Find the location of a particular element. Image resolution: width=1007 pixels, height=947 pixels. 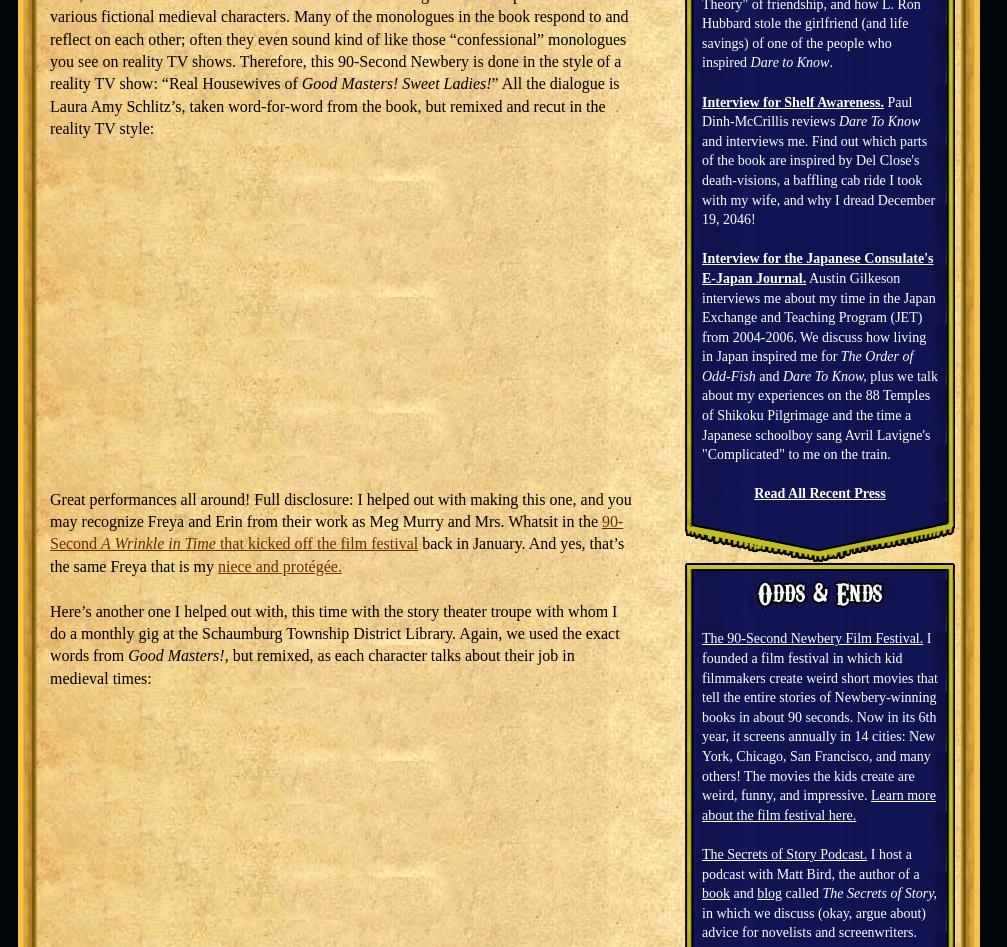

'.' is located at coordinates (827, 62).